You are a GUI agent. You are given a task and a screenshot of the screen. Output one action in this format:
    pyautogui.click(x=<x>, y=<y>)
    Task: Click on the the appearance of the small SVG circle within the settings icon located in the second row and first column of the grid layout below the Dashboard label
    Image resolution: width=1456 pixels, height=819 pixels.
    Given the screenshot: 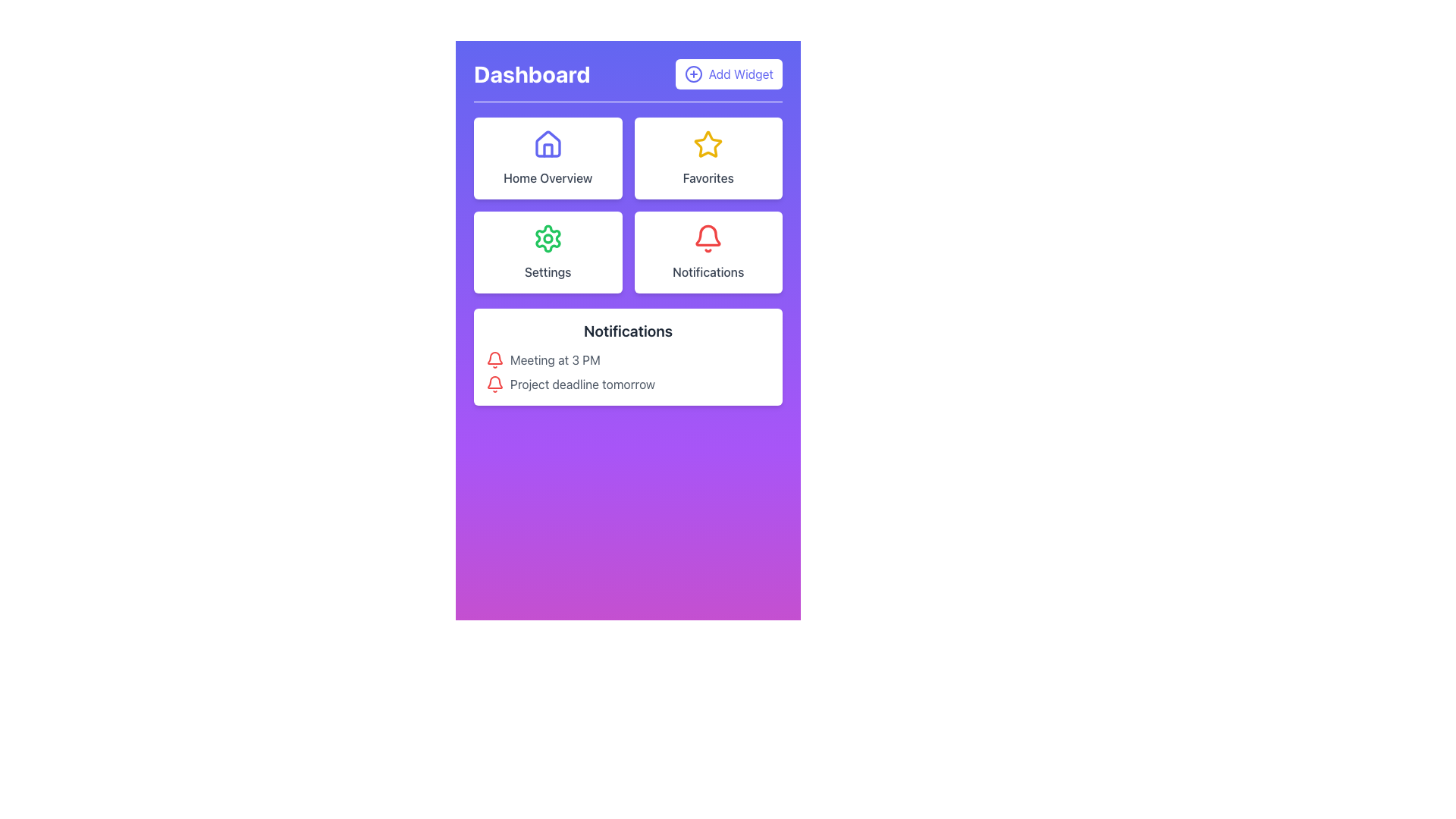 What is the action you would take?
    pyautogui.click(x=547, y=239)
    